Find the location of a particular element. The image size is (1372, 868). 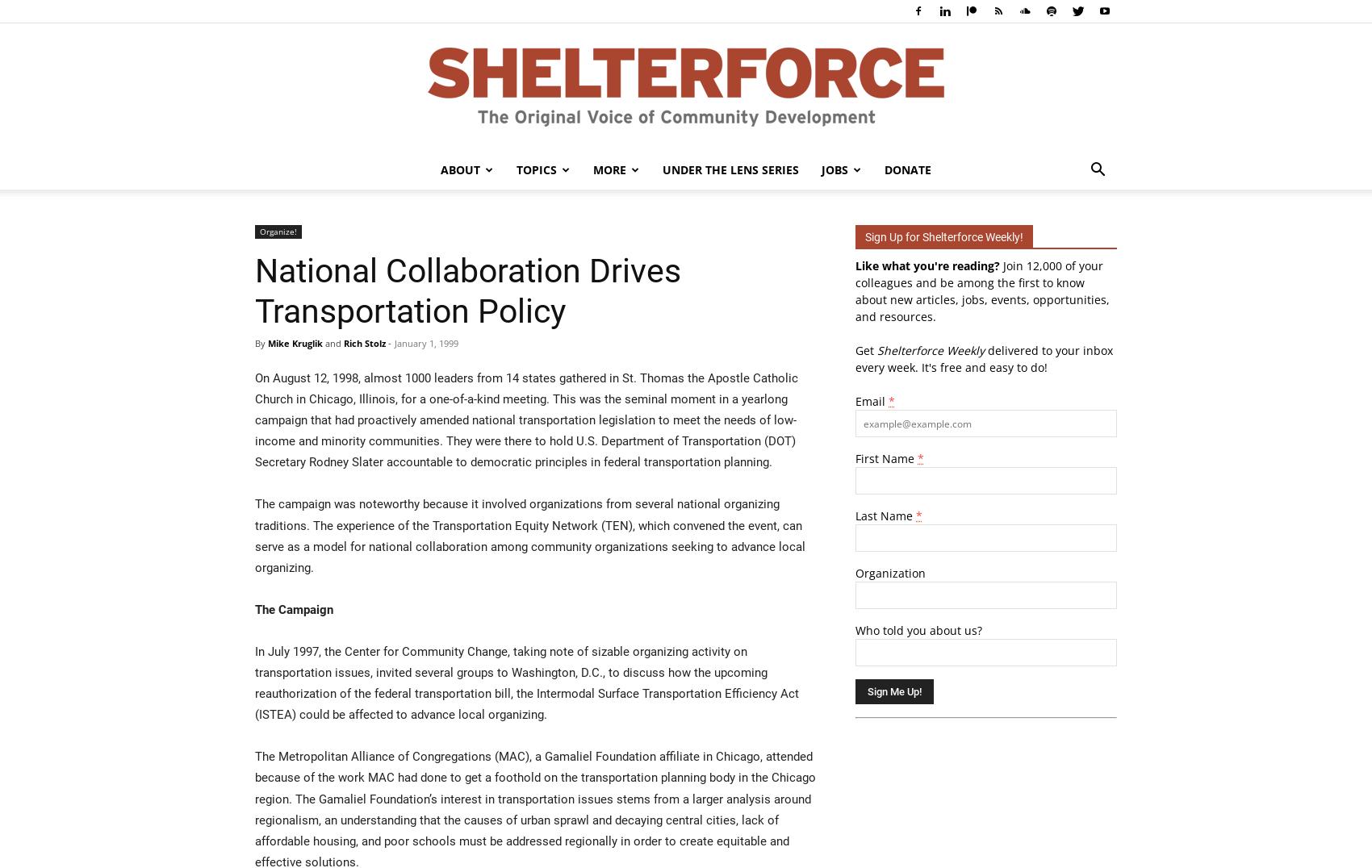

'The Campaign' is located at coordinates (293, 608).